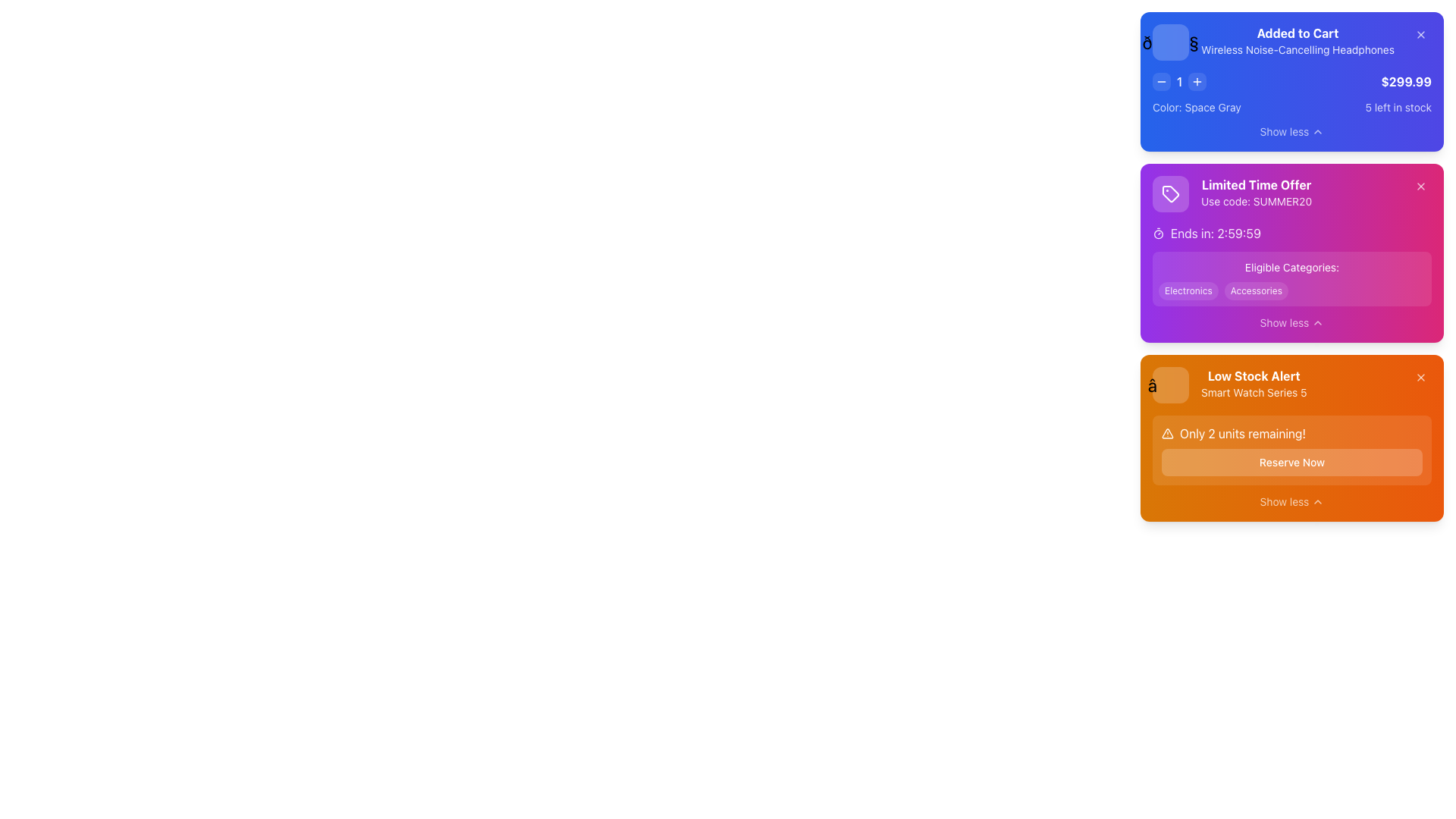 The width and height of the screenshot is (1456, 819). I want to click on the circular button with an 'X' icon in the top-right corner of the 'Added to Cart' notification card, so click(1420, 34).